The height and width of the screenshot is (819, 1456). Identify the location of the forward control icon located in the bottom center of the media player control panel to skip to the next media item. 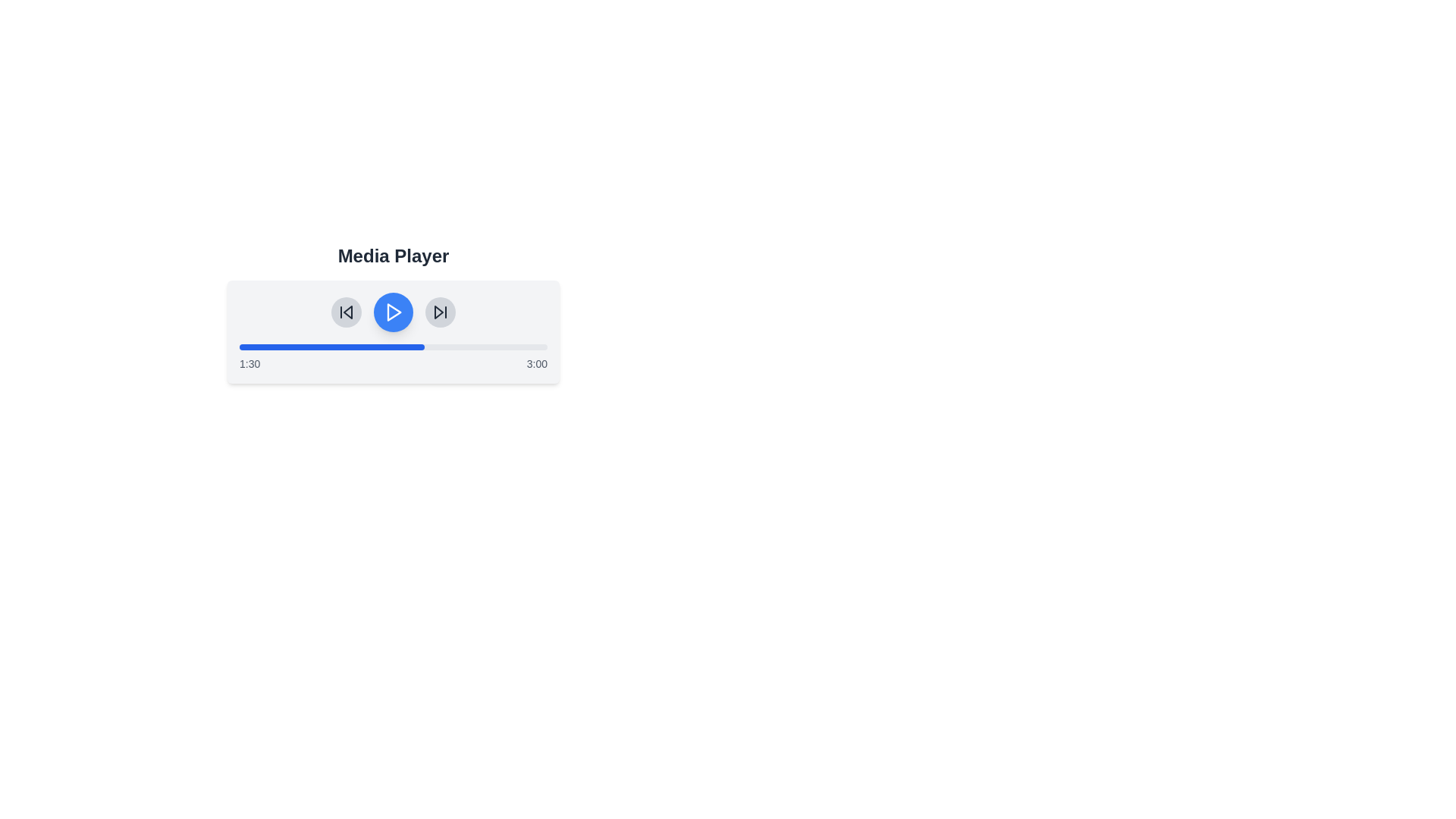
(438, 312).